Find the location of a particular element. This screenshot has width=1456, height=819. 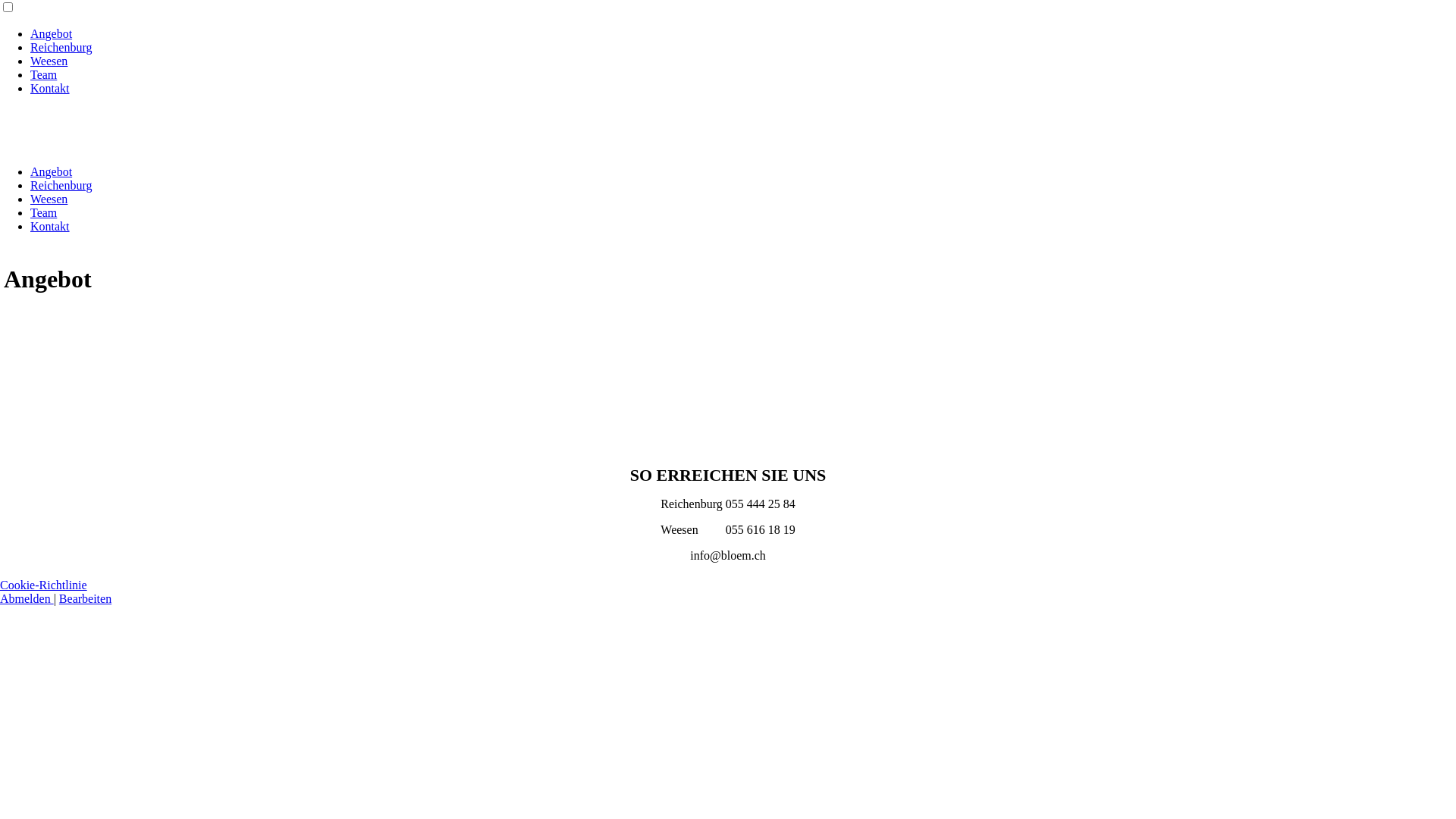

'Team' is located at coordinates (43, 74).